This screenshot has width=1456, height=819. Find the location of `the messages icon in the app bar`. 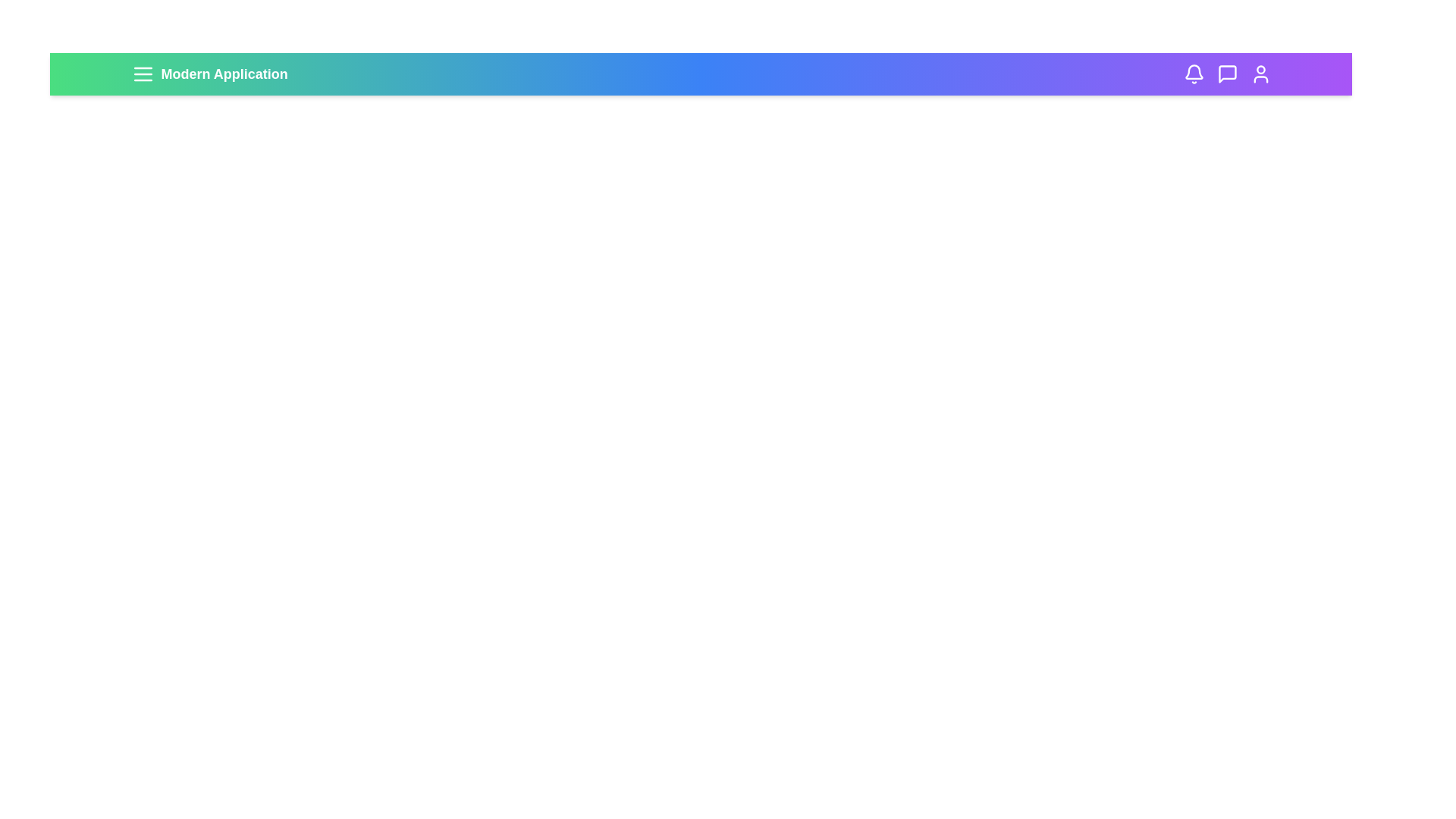

the messages icon in the app bar is located at coordinates (1227, 74).